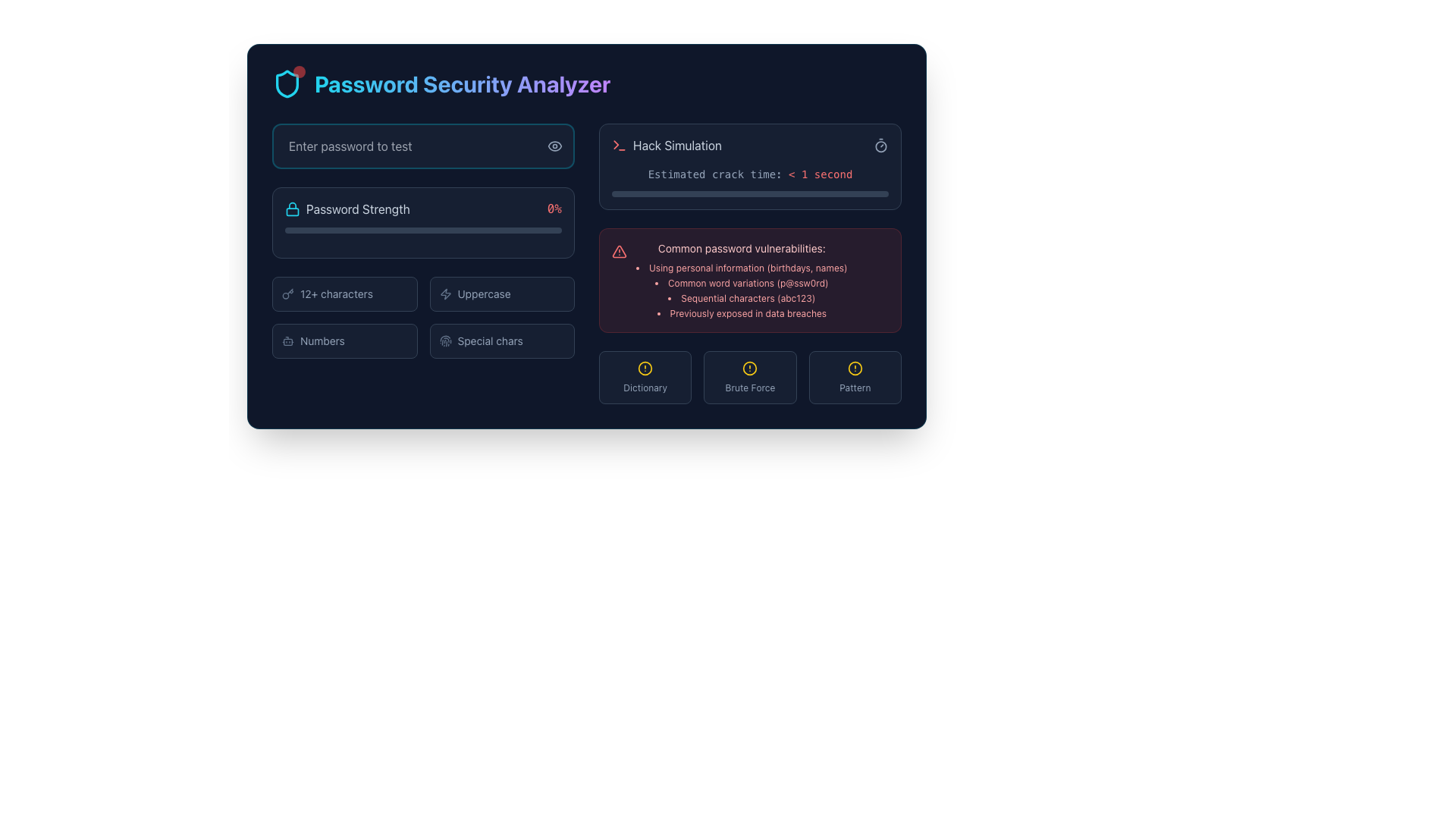 The width and height of the screenshot is (1456, 819). What do you see at coordinates (444, 294) in the screenshot?
I see `the decorative icon representing 'Uppercase' text, which is the first item in the horizontally aligned group beneath the 'Password Strength' heading` at bounding box center [444, 294].